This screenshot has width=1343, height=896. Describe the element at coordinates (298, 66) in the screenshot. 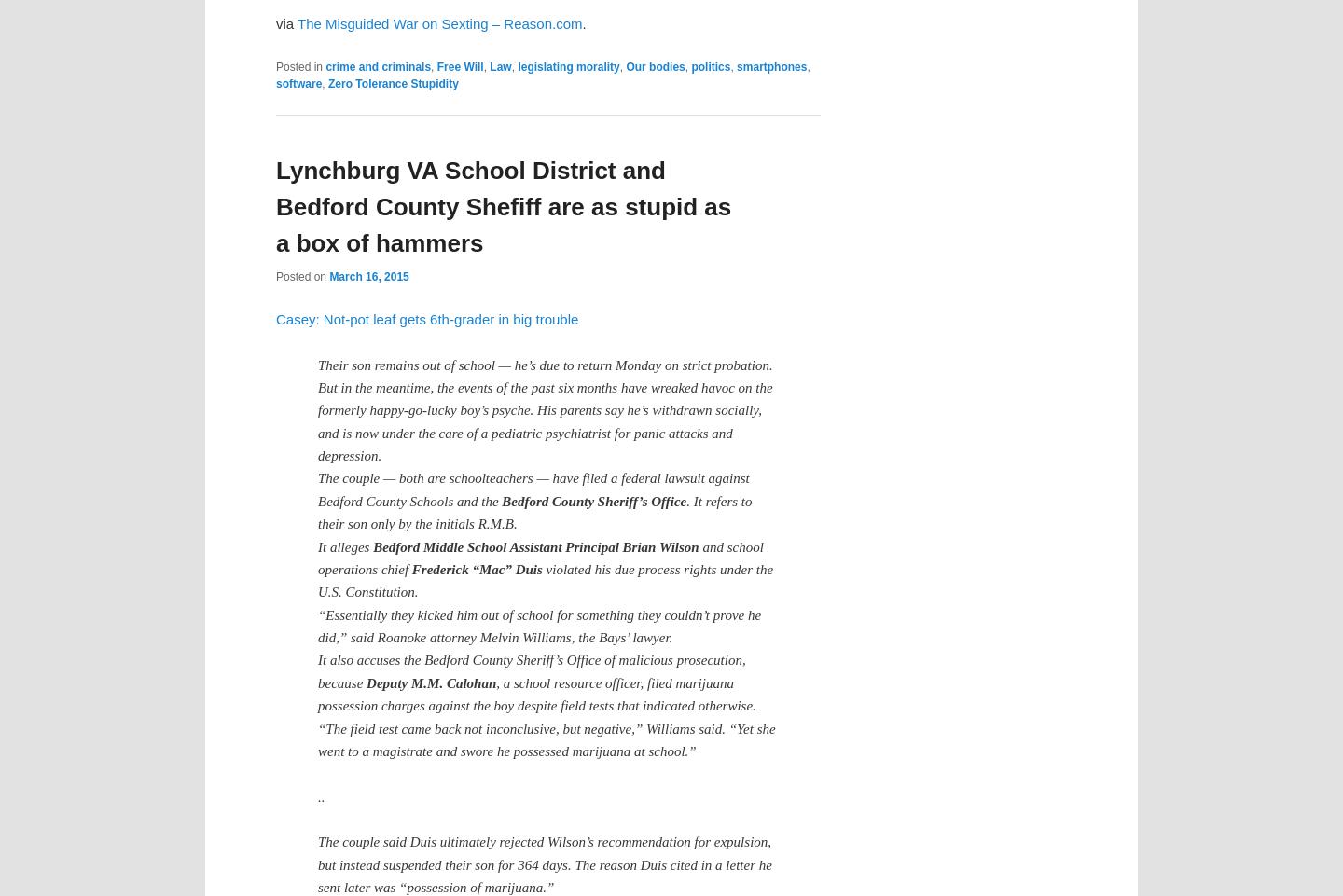

I see `'Posted in'` at that location.